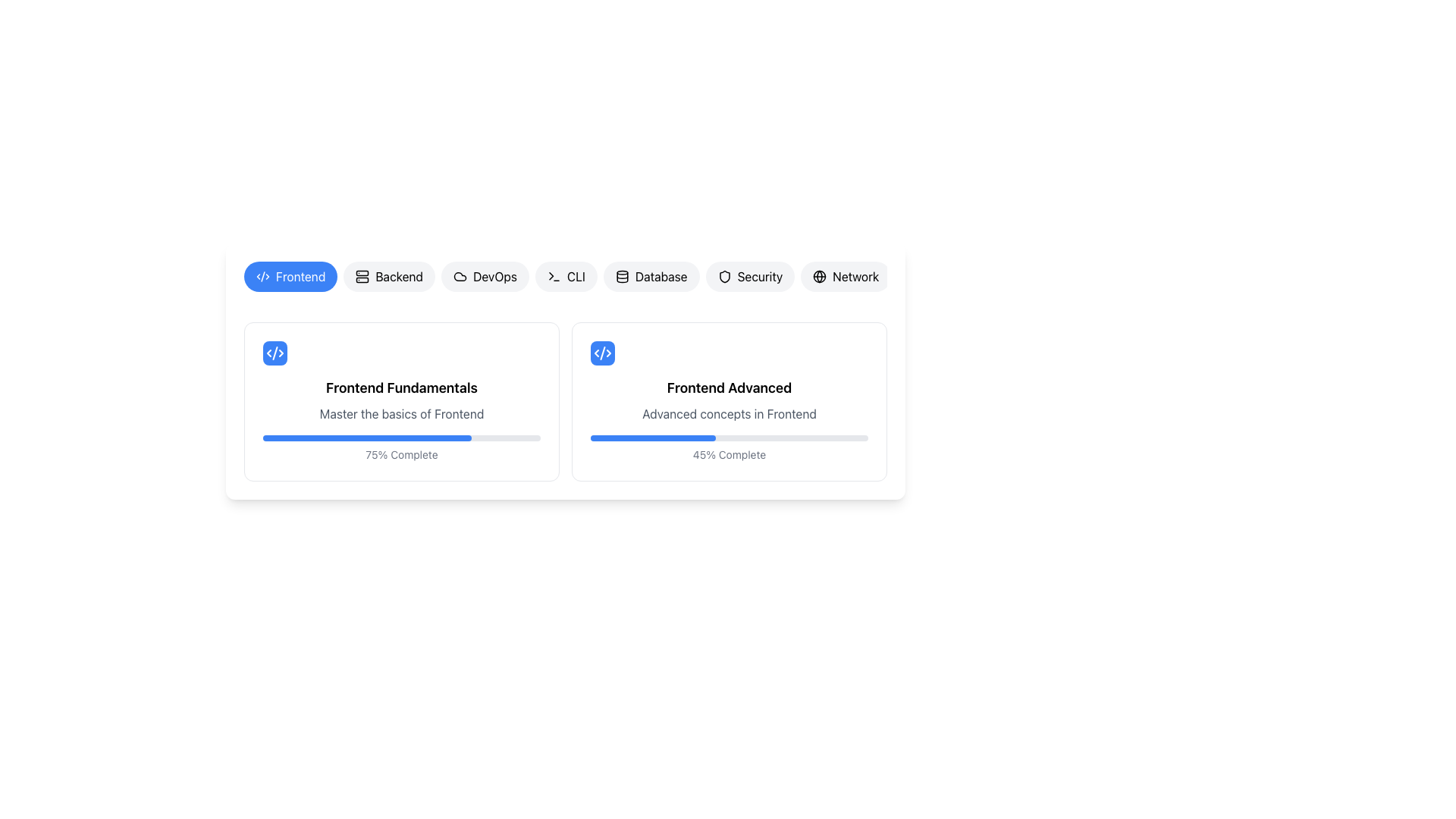 The width and height of the screenshot is (1456, 819). What do you see at coordinates (819, 277) in the screenshot?
I see `the largest circular shape in the SVG illustration of the globe icon, which represents global access and connectivity` at bounding box center [819, 277].